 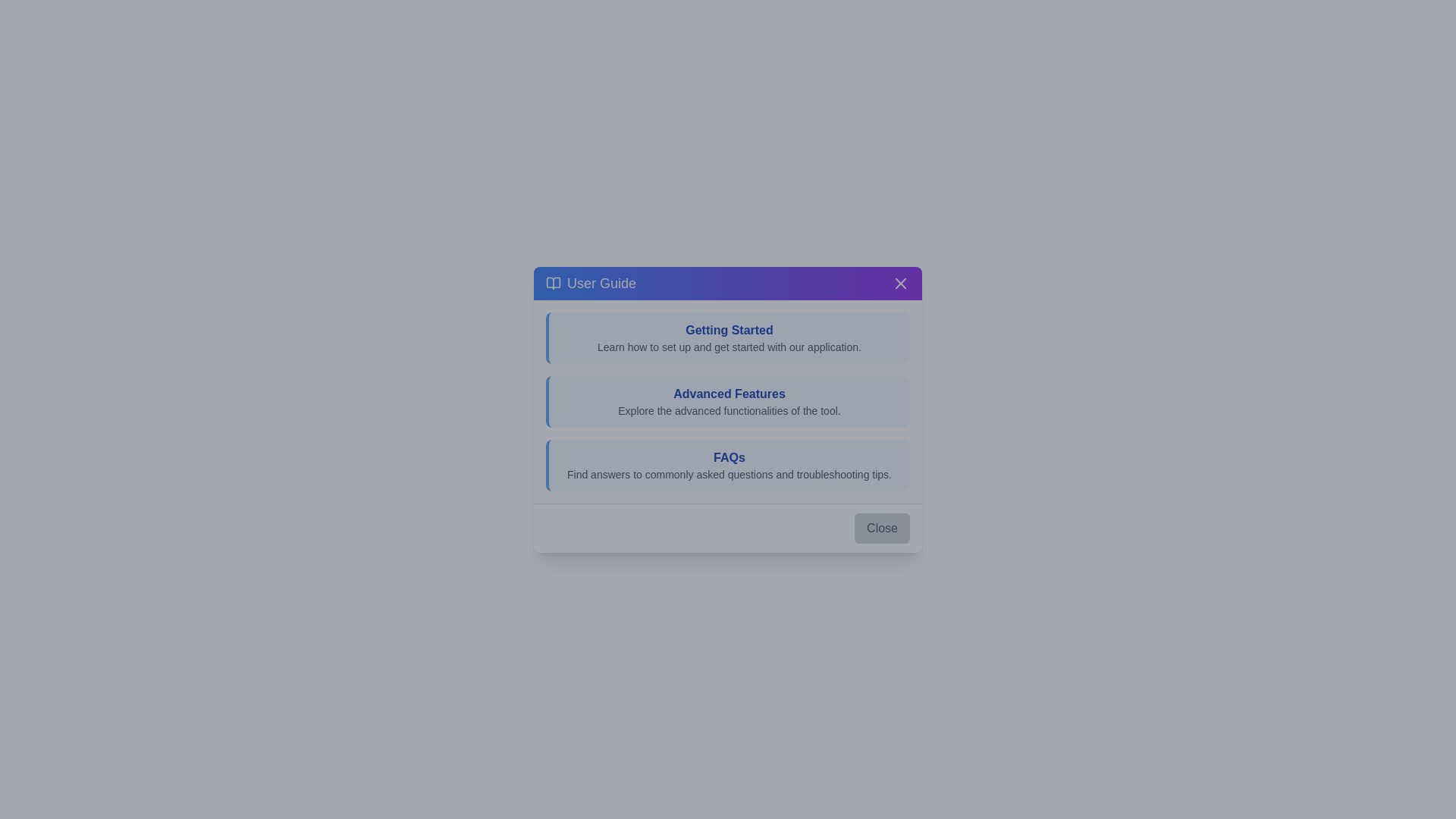 What do you see at coordinates (882, 527) in the screenshot?
I see `the close button located at the bottom-right corner of the dialog box for keyboard interaction` at bounding box center [882, 527].